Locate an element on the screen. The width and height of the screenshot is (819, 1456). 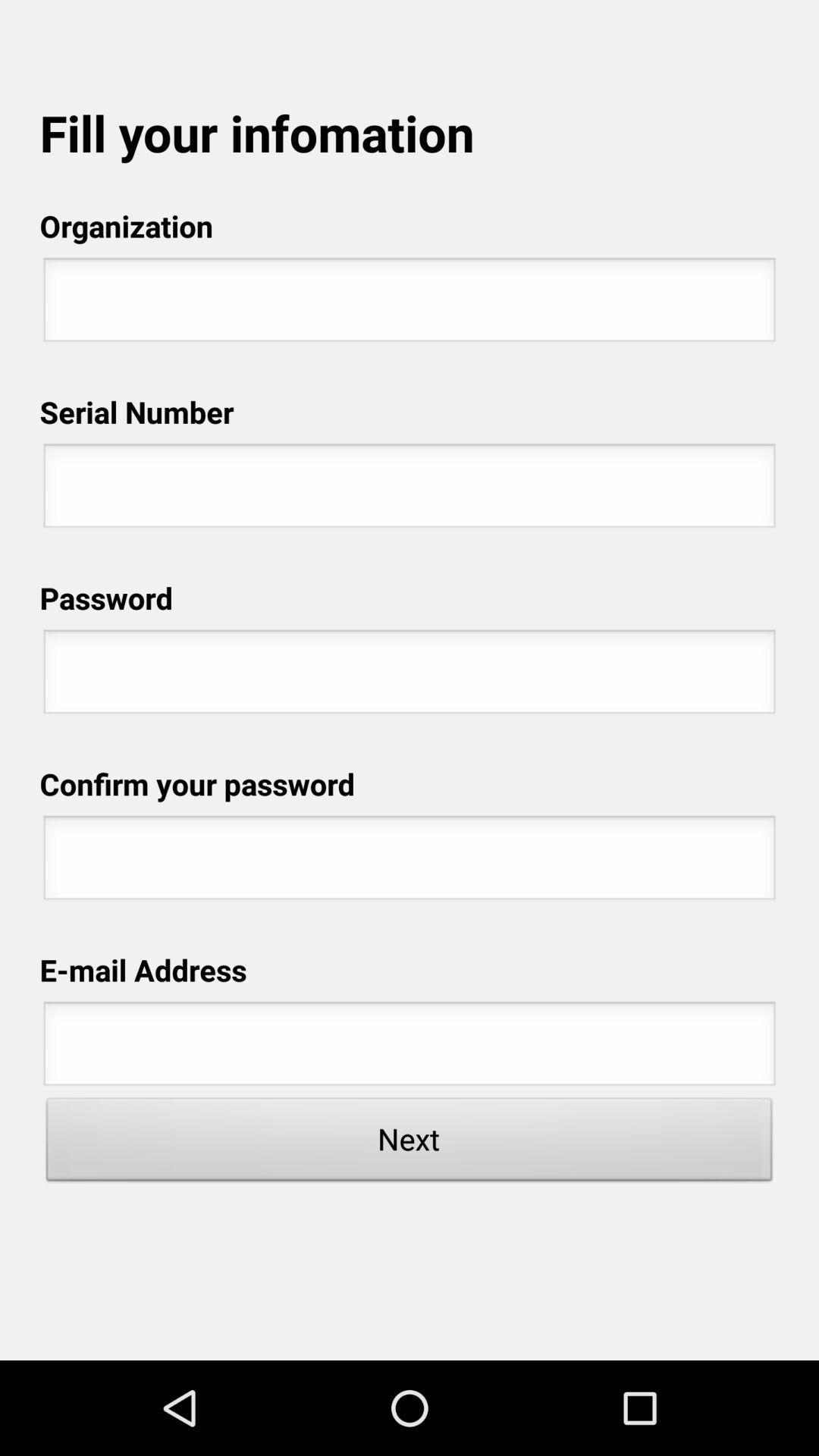
email is located at coordinates (409, 1047).